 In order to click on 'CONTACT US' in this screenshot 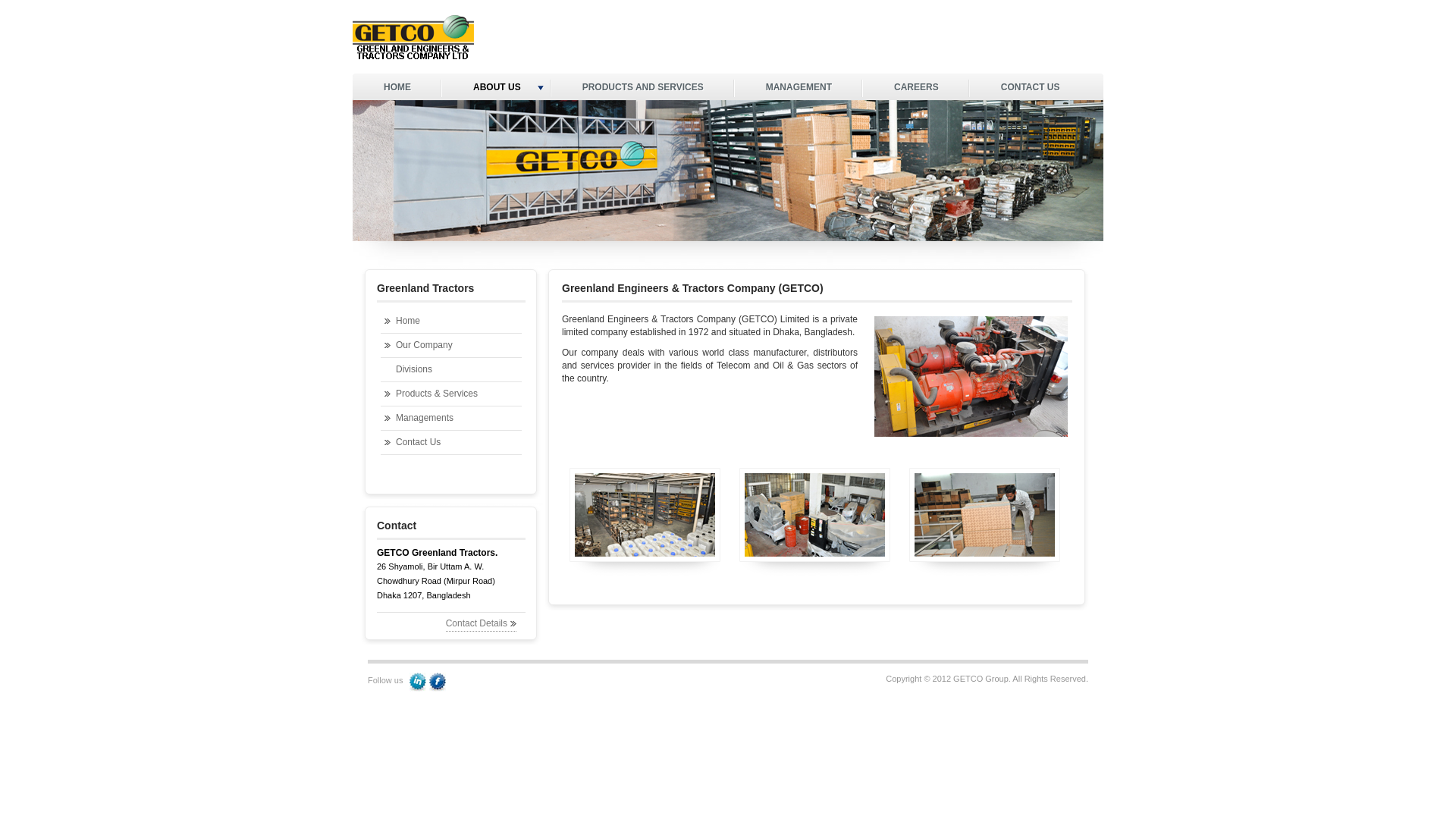, I will do `click(1030, 88)`.